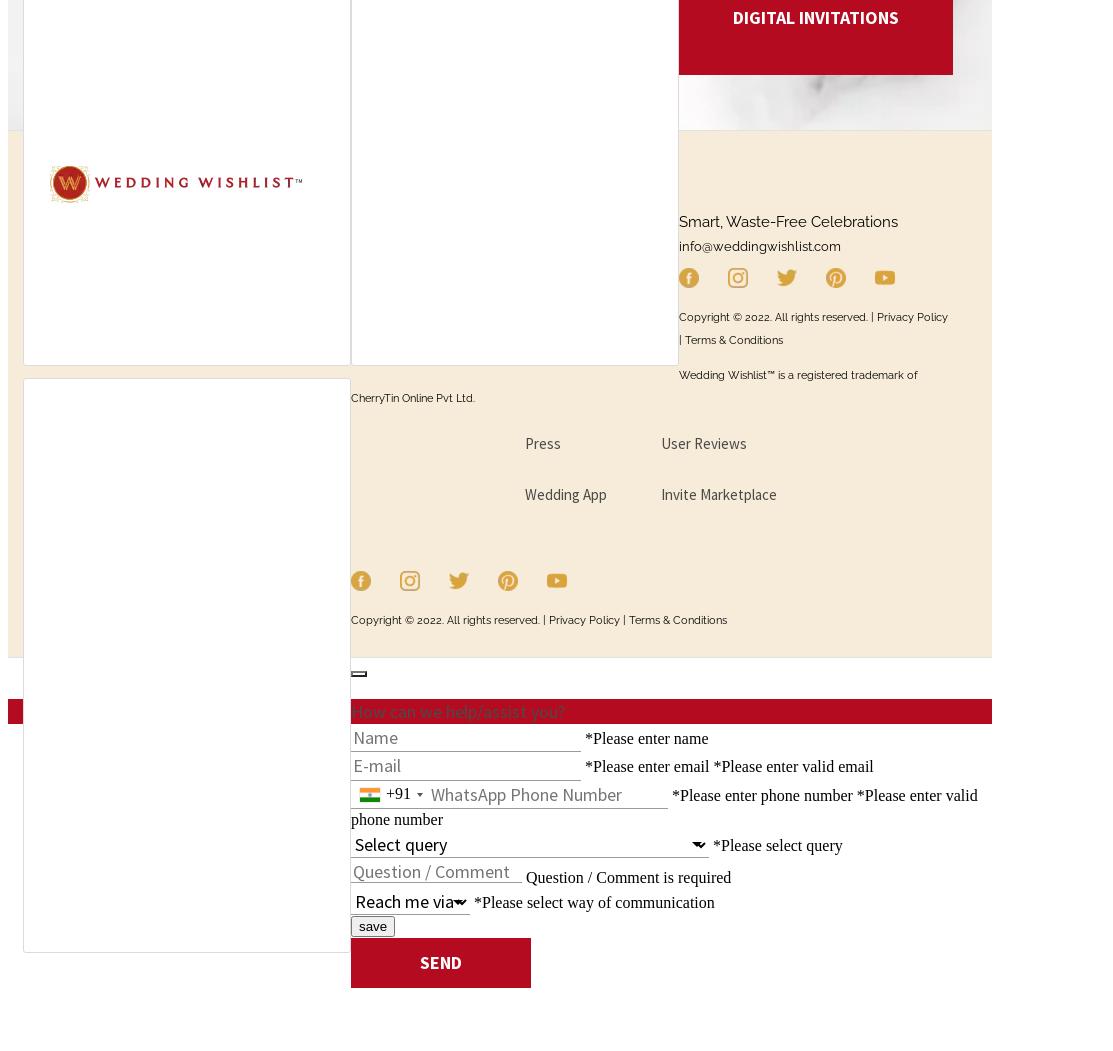  What do you see at coordinates (672, 793) in the screenshot?
I see `'*Please enter phone number'` at bounding box center [672, 793].